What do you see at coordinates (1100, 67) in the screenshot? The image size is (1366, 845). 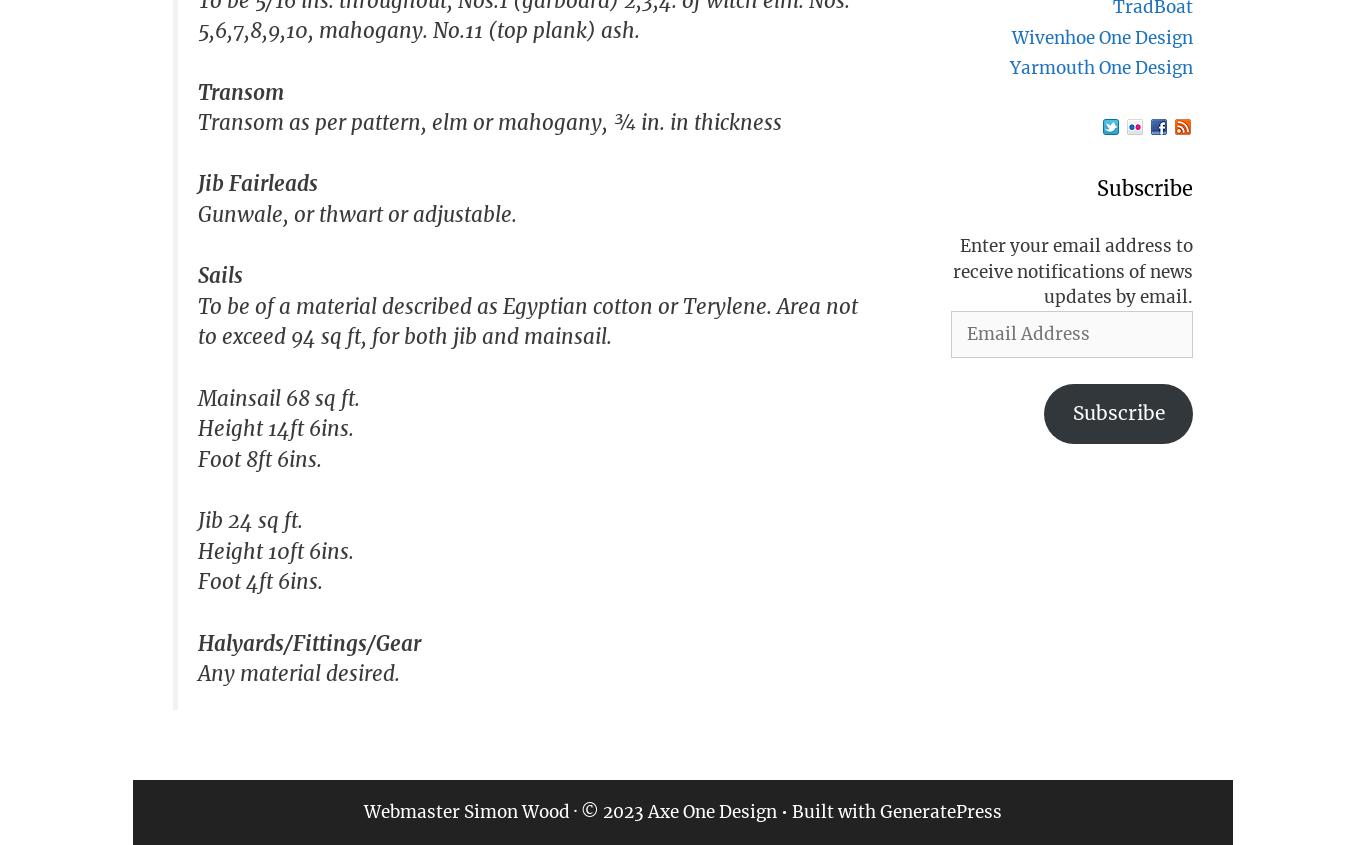 I see `'Yarmouth One Design'` at bounding box center [1100, 67].